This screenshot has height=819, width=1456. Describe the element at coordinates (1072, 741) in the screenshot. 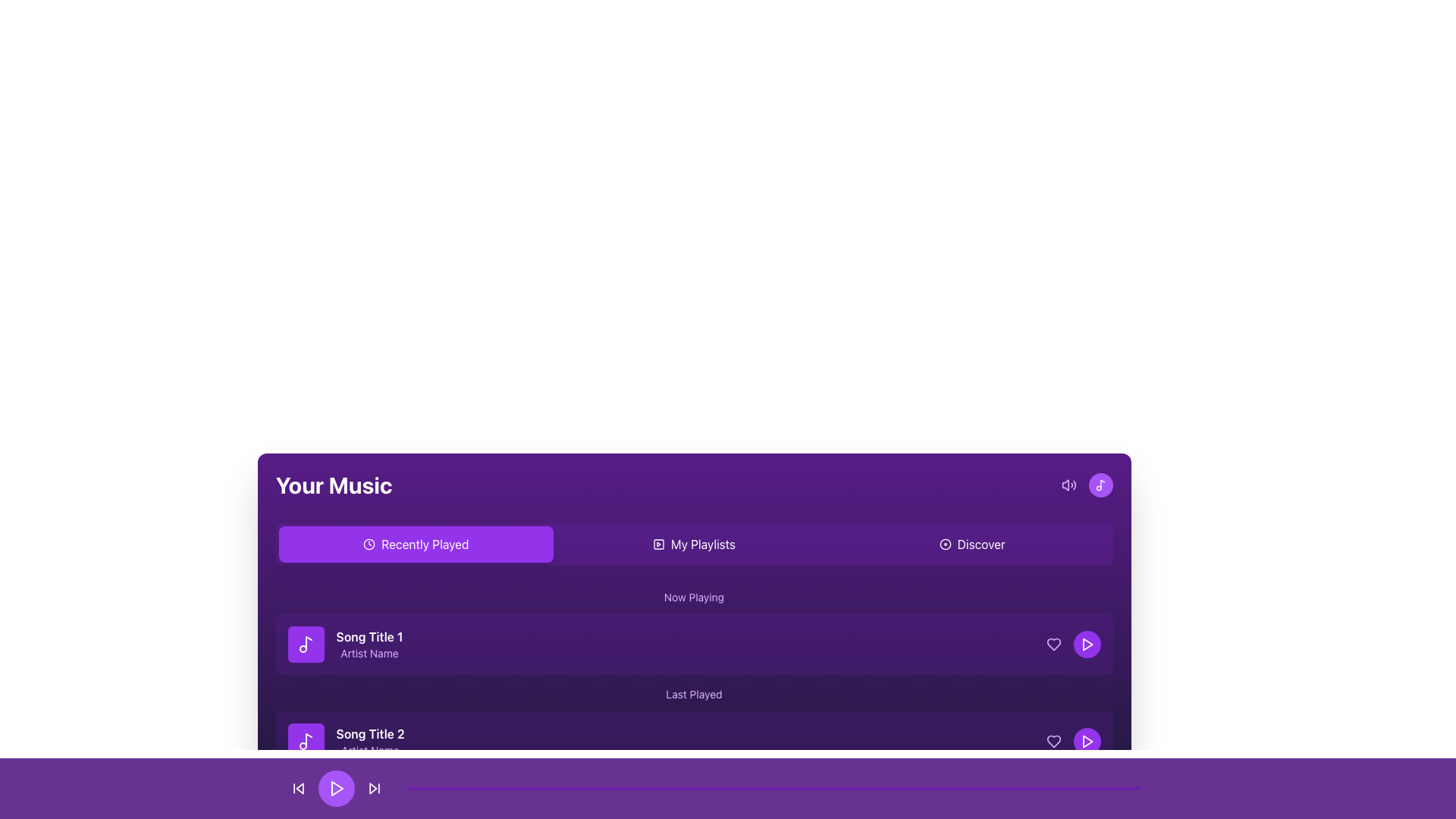

I see `the circular button with a purple background and a white play icon to play the song associated with 'Song Title 2' and 'Artist Name'` at that location.